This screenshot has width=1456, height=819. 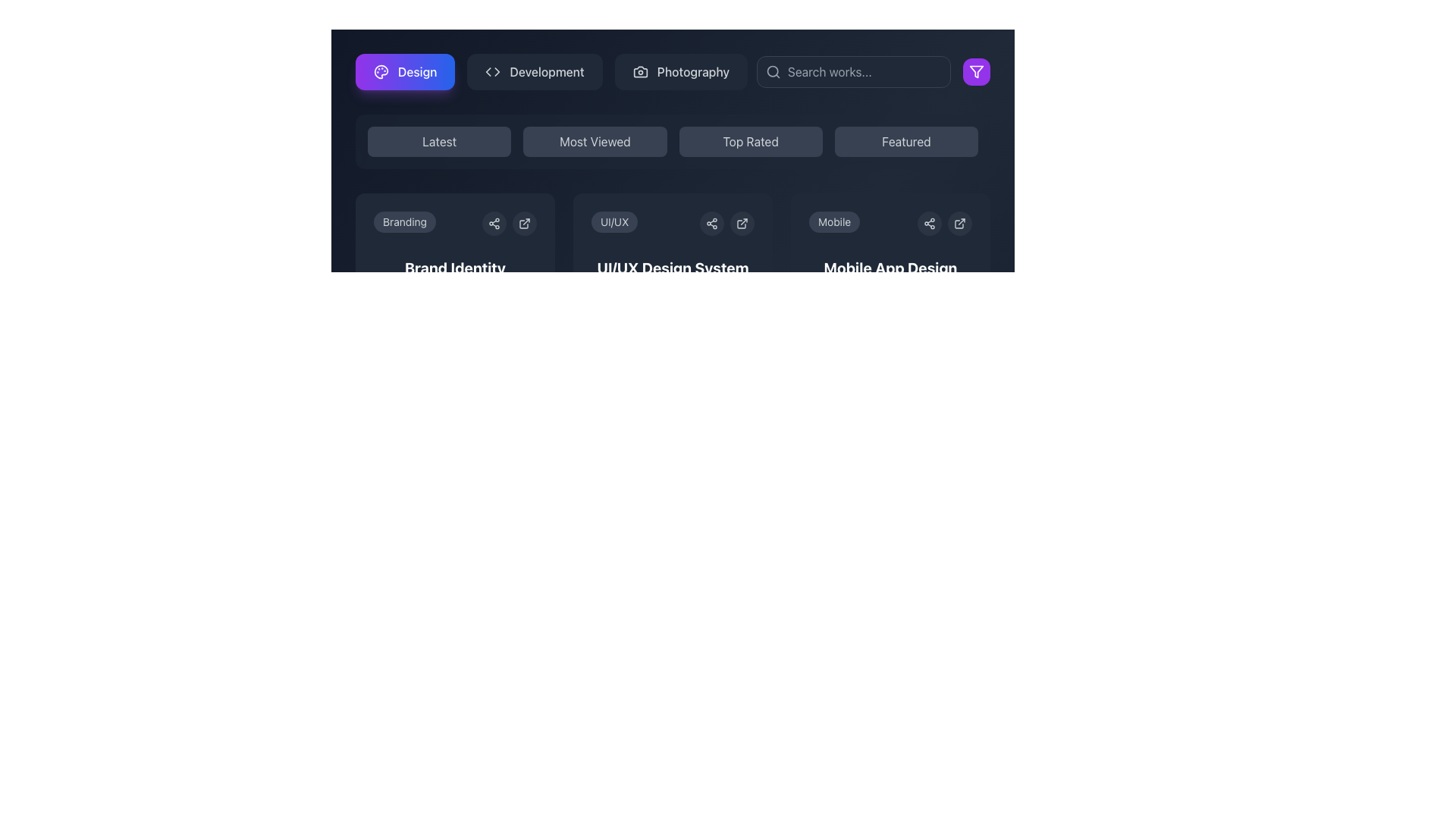 What do you see at coordinates (524, 223) in the screenshot?
I see `the second circular button in the header of the 'Brand Identity' card` at bounding box center [524, 223].